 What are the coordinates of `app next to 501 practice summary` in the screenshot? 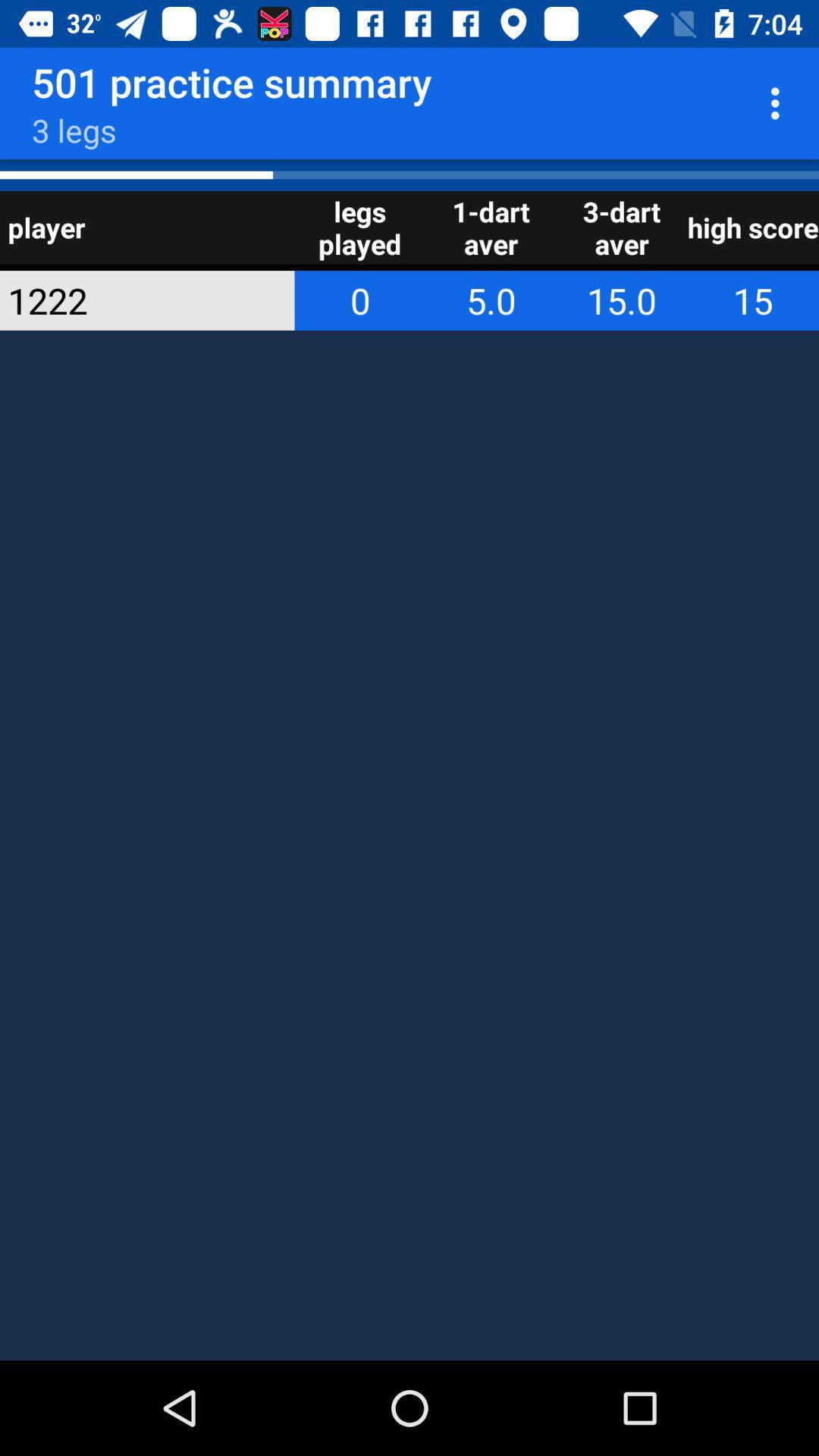 It's located at (779, 102).